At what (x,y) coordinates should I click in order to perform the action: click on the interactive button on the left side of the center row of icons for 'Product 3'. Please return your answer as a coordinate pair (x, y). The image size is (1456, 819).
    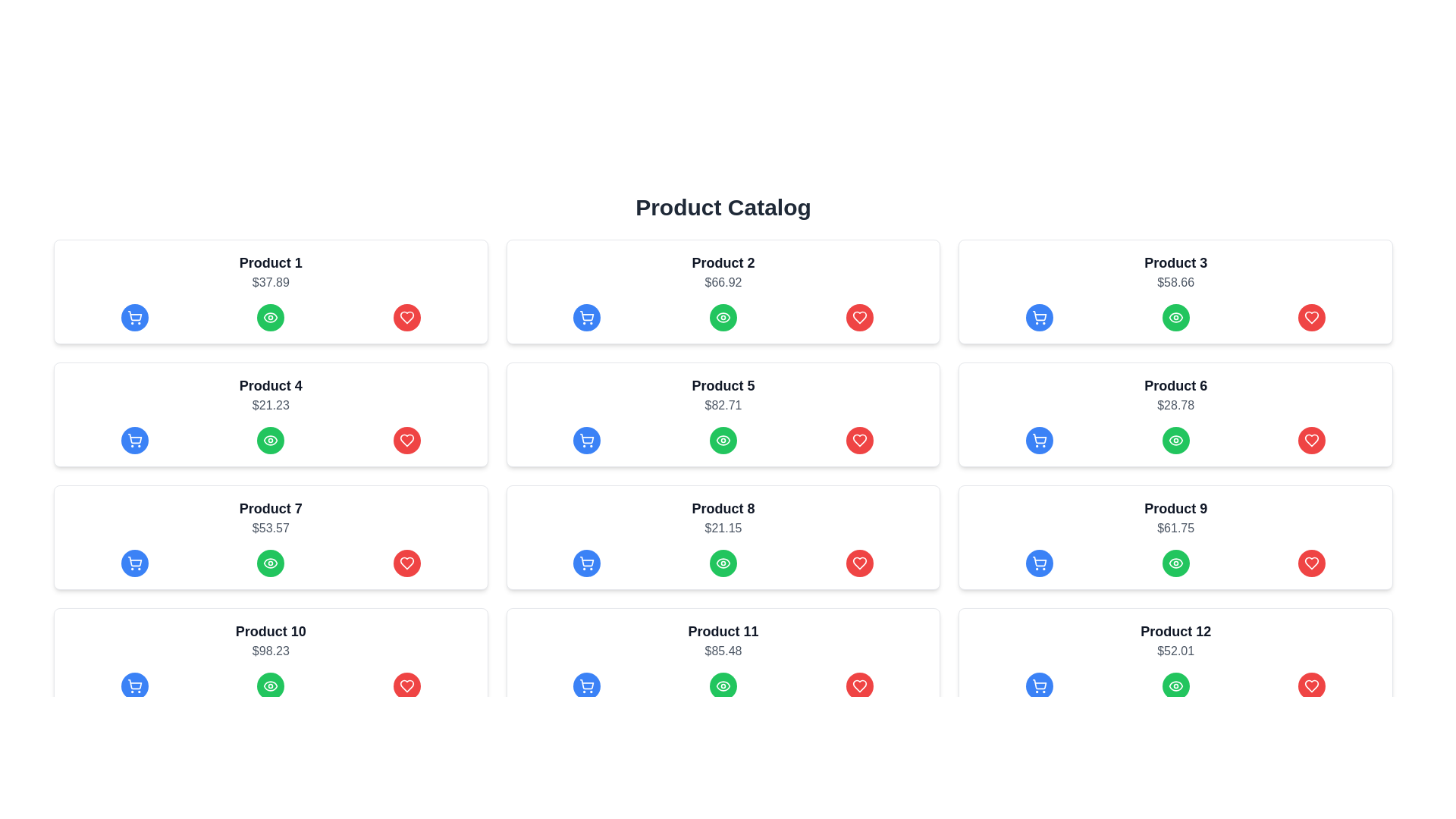
    Looking at the image, I should click on (1039, 317).